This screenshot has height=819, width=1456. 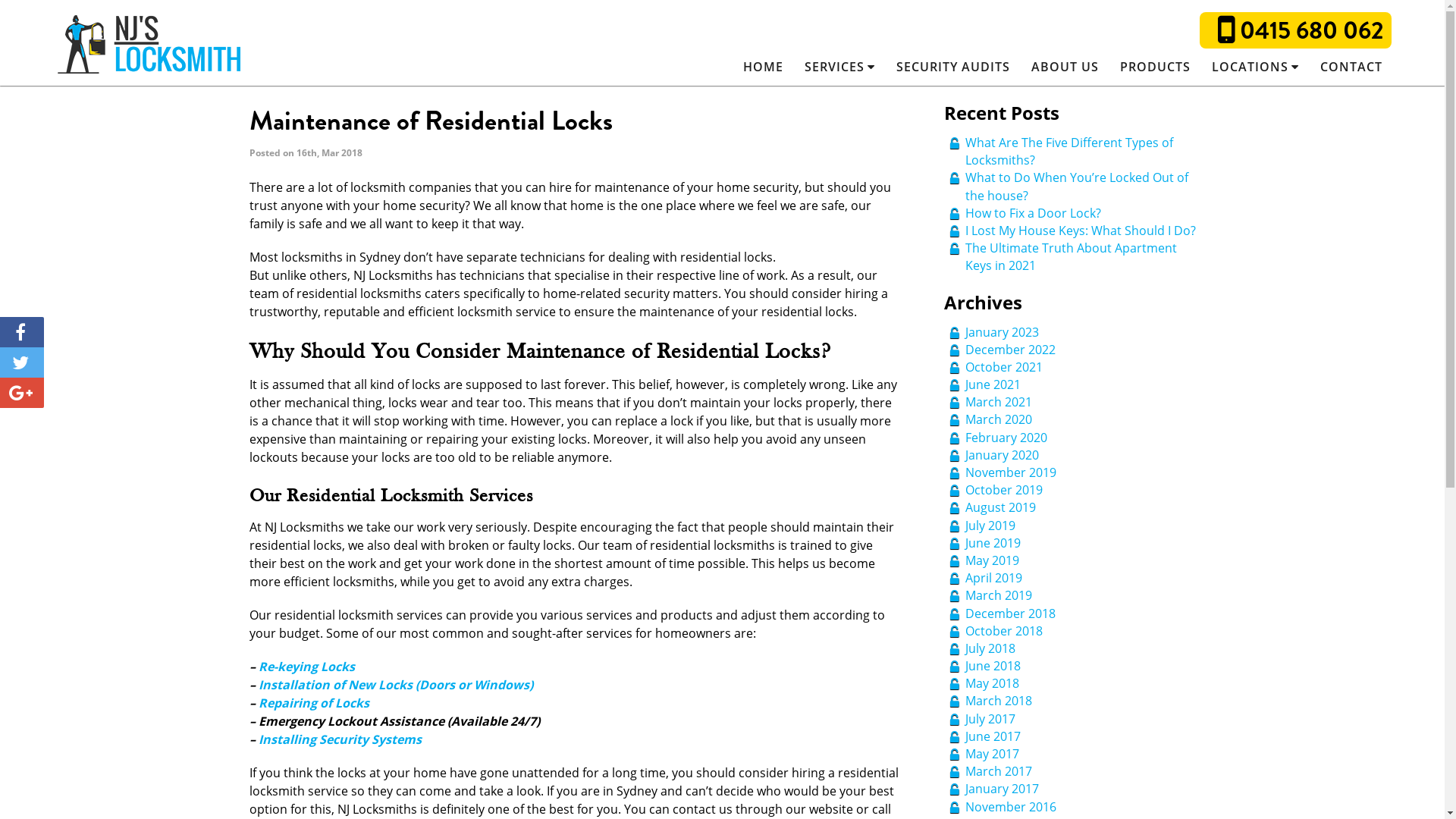 What do you see at coordinates (1069, 256) in the screenshot?
I see `'The Ultimate Truth About Apartment Keys in 2021'` at bounding box center [1069, 256].